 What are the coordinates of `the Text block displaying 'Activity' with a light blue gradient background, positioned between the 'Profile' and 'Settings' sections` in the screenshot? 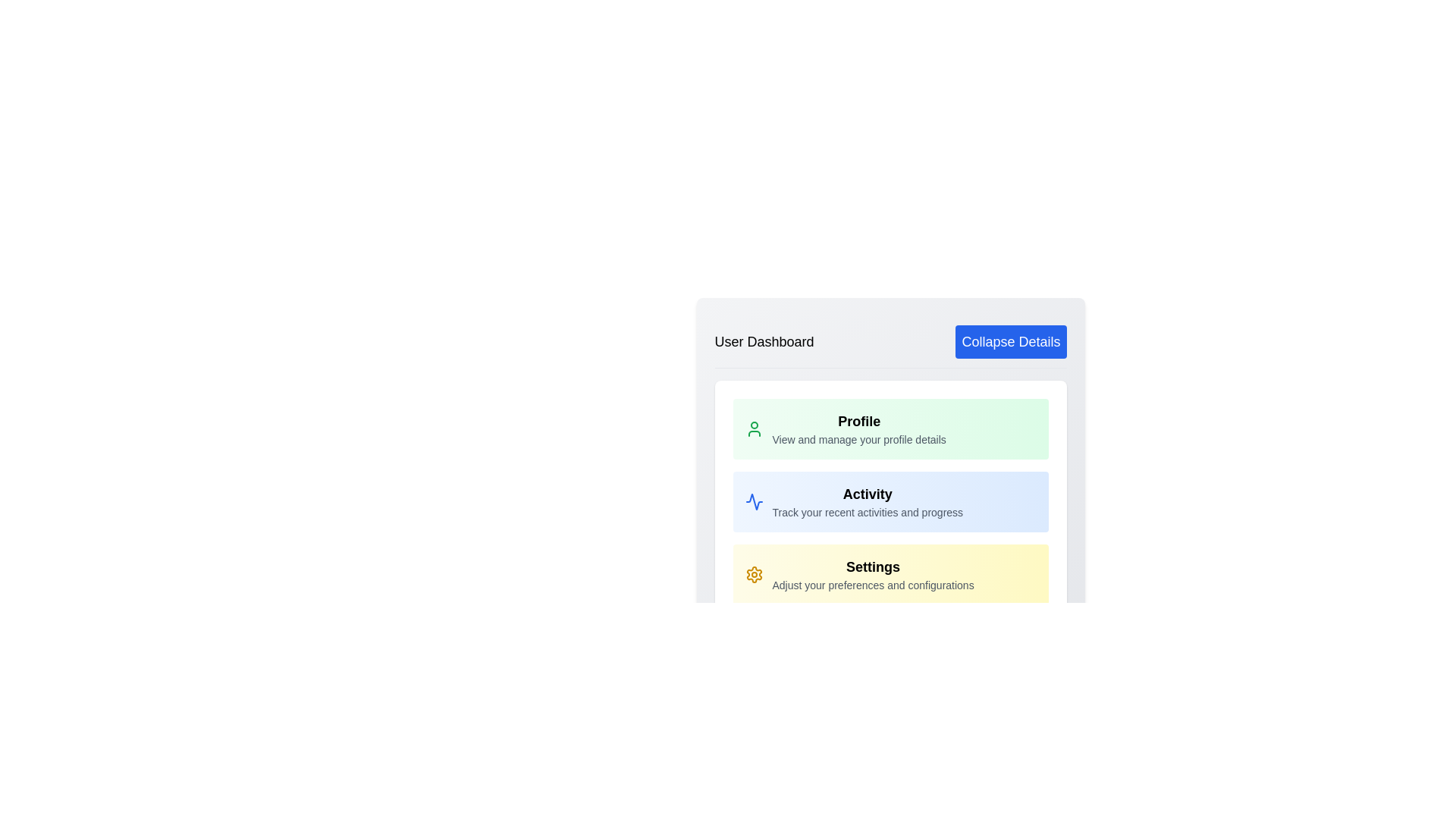 It's located at (868, 502).